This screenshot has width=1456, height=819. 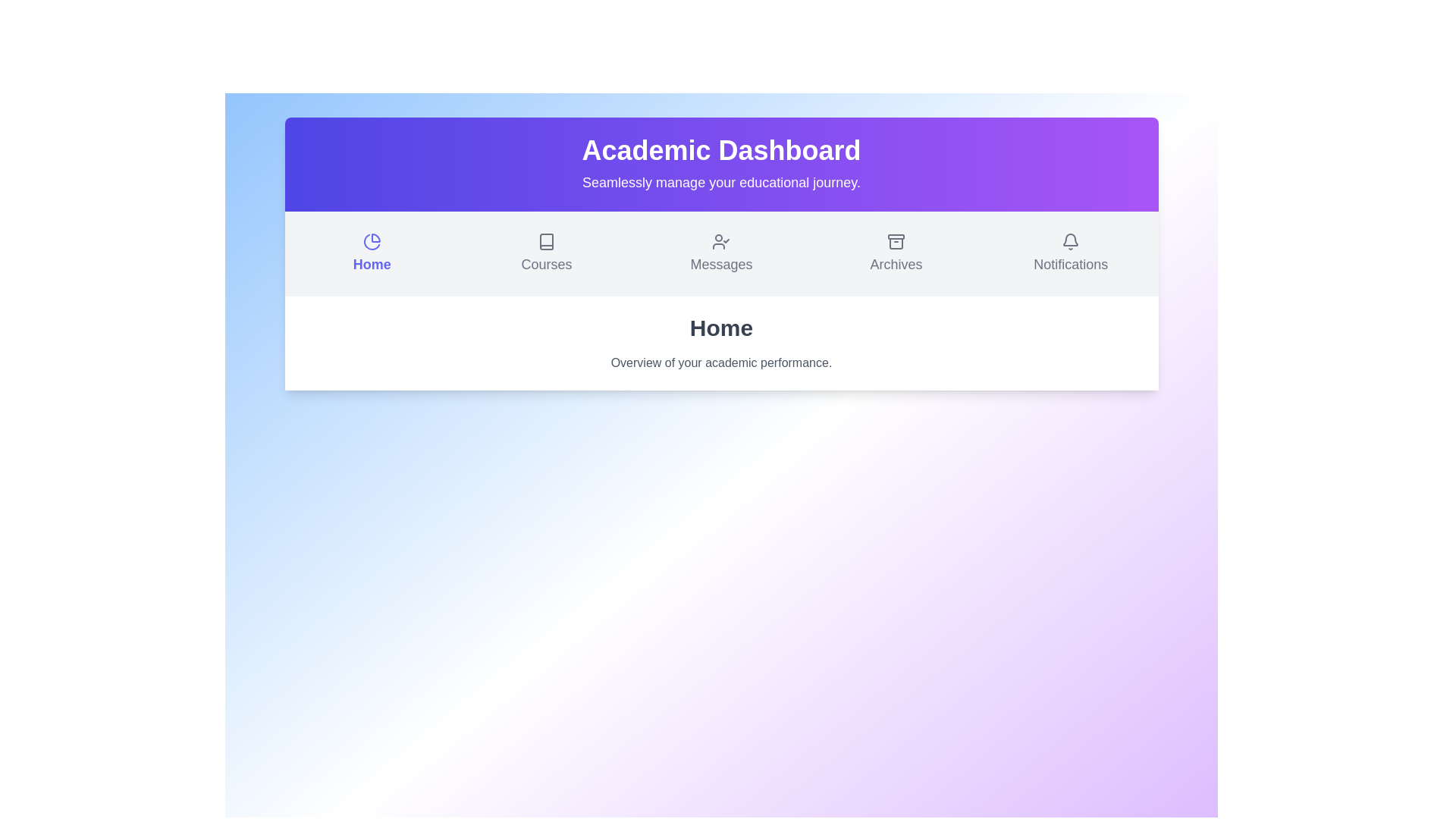 What do you see at coordinates (546, 253) in the screenshot?
I see `the Courses section from the menu` at bounding box center [546, 253].